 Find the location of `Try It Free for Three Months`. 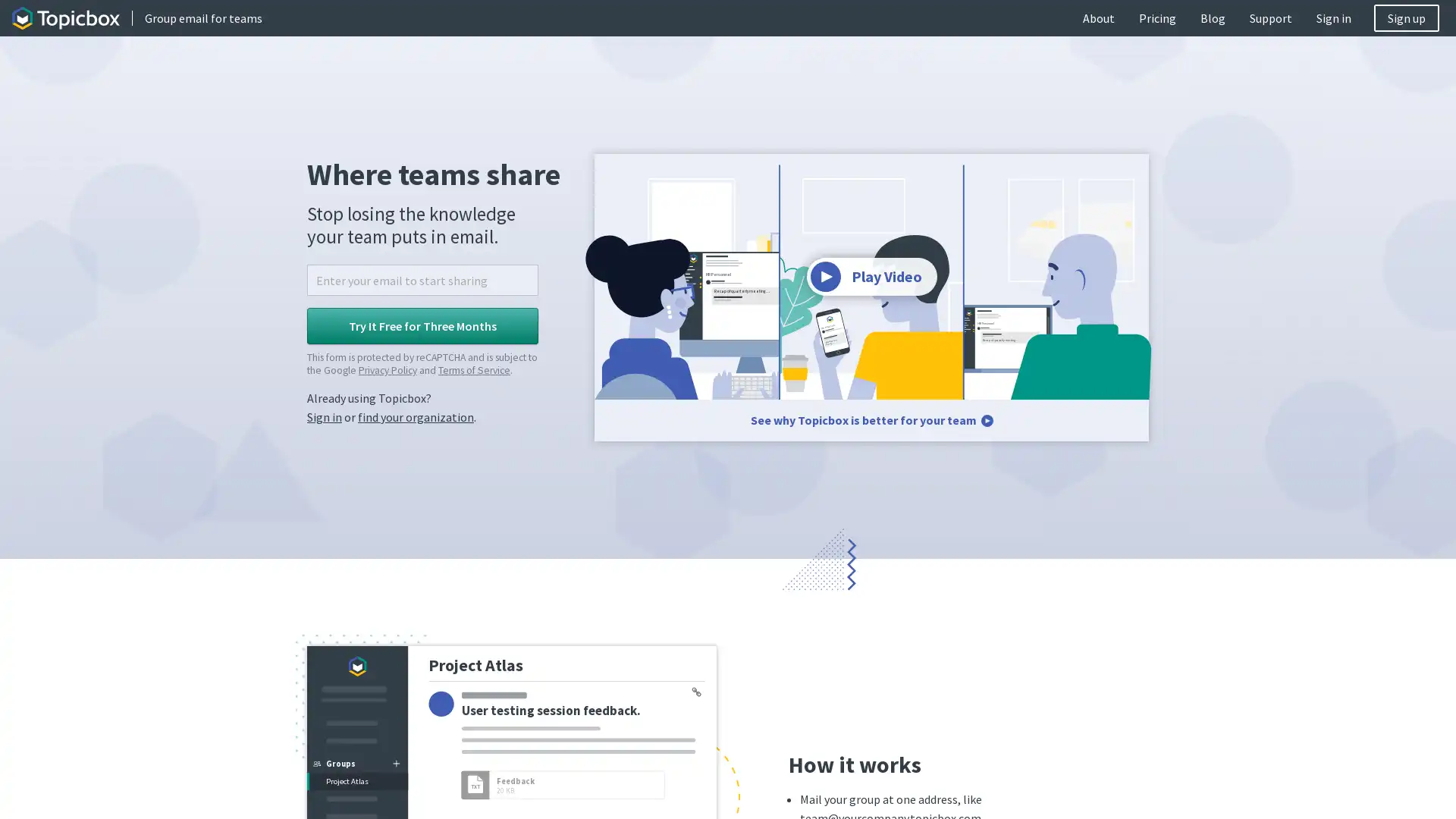

Try It Free for Three Months is located at coordinates (422, 325).